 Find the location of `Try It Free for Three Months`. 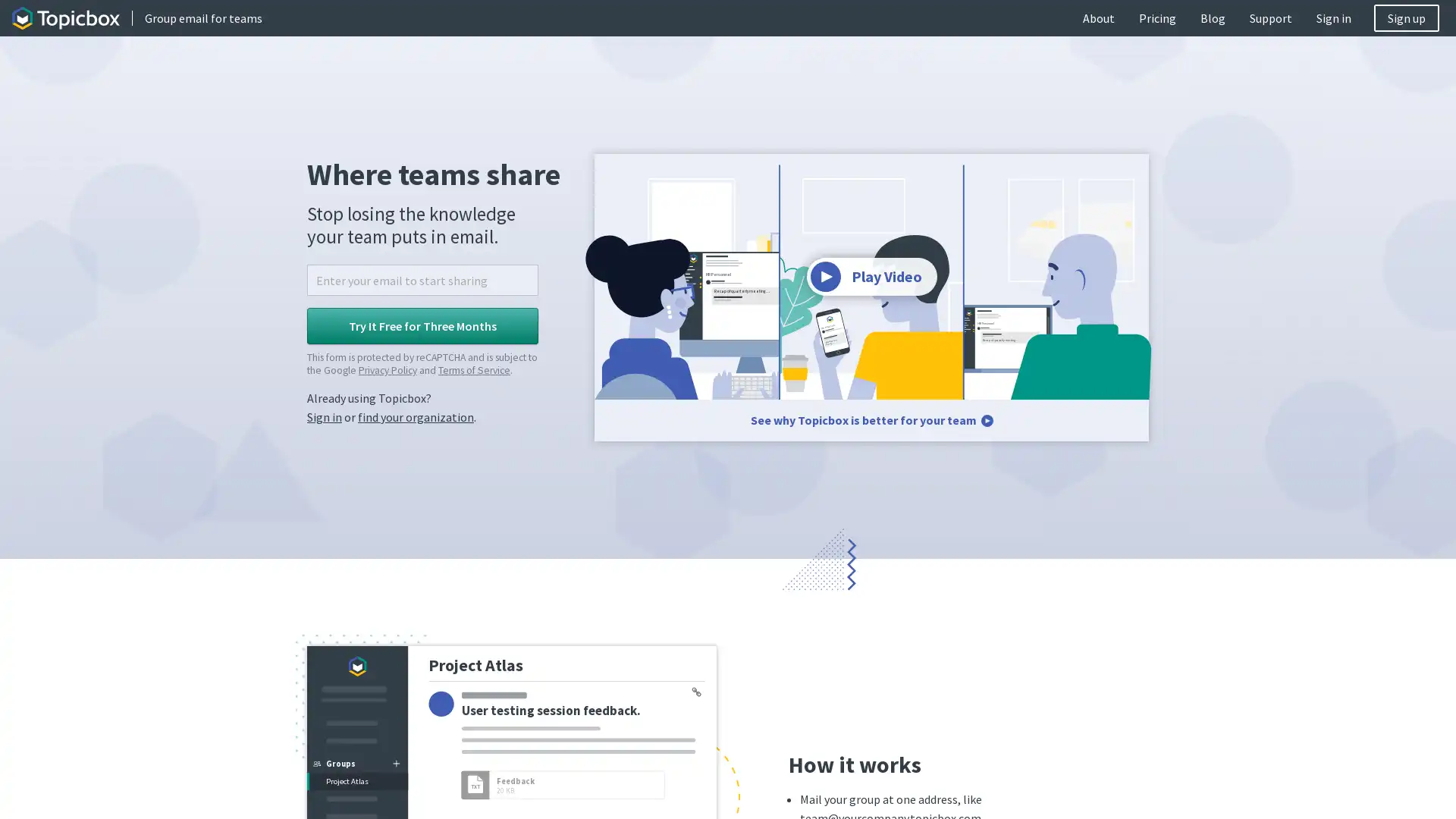

Try It Free for Three Months is located at coordinates (422, 325).